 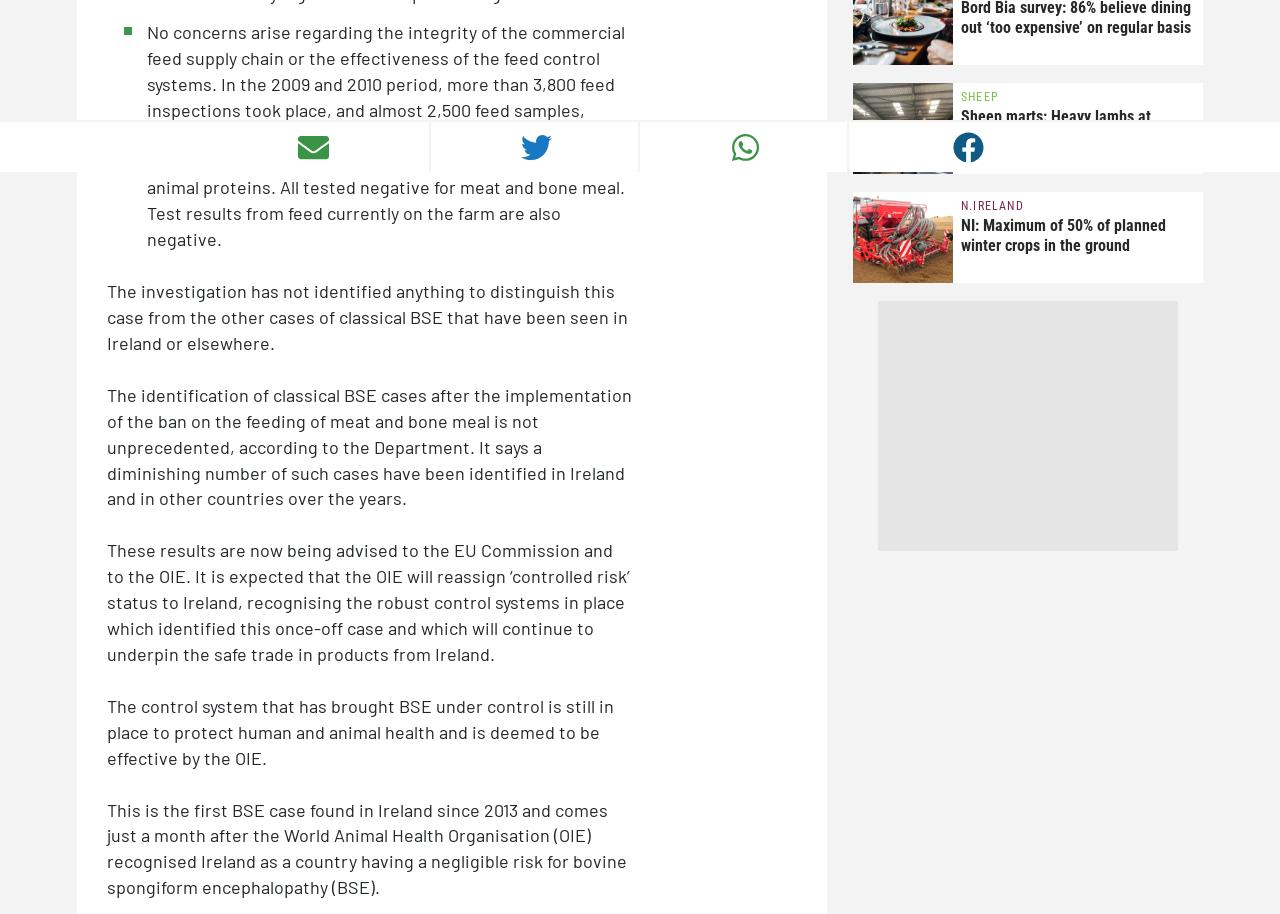 I want to click on 'Sheep marts: Heavy lambs at Blessington Mart up €5/head', so click(x=961, y=126).